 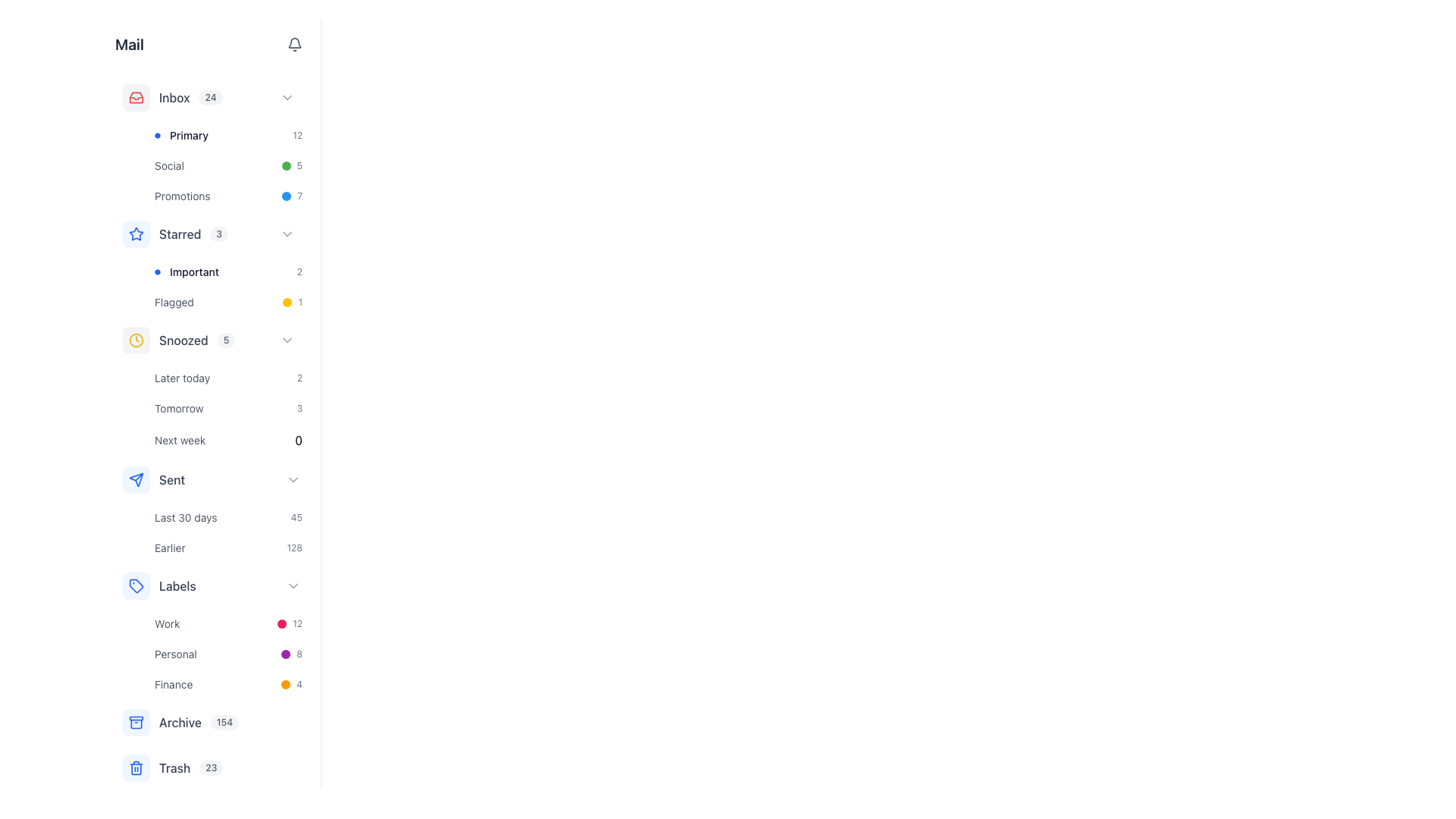 What do you see at coordinates (136, 339) in the screenshot?
I see `the 'Snoozed' icon located on the sidebar, which is positioned to the left of the 'Snoozed' label` at bounding box center [136, 339].